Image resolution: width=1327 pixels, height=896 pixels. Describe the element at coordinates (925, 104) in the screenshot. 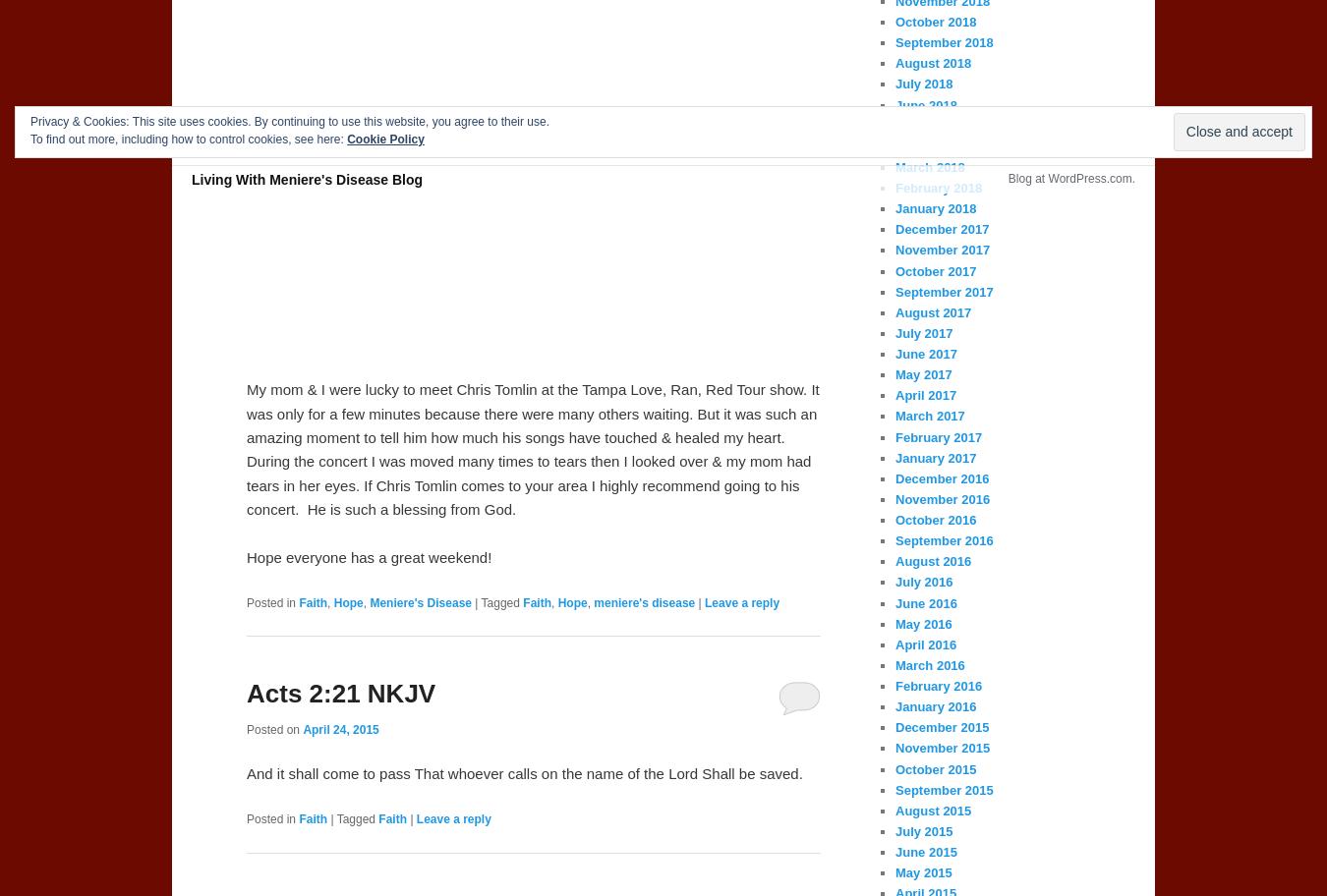

I see `'June 2018'` at that location.